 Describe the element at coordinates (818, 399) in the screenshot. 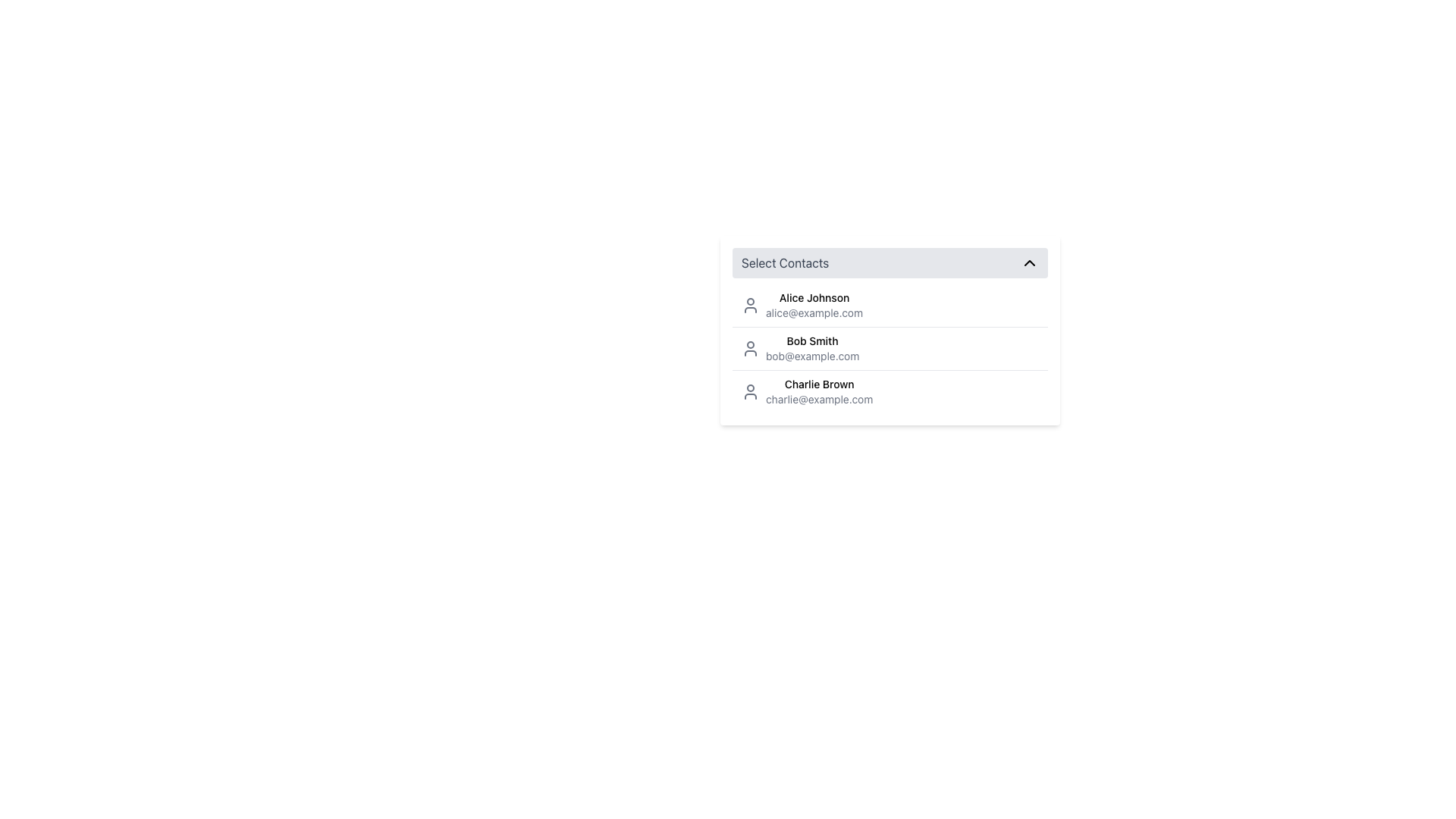

I see `the text display element that shows the email address 'charlie@example.com', located below the contact name 'Charlie Brown' in the contact selection list` at that location.